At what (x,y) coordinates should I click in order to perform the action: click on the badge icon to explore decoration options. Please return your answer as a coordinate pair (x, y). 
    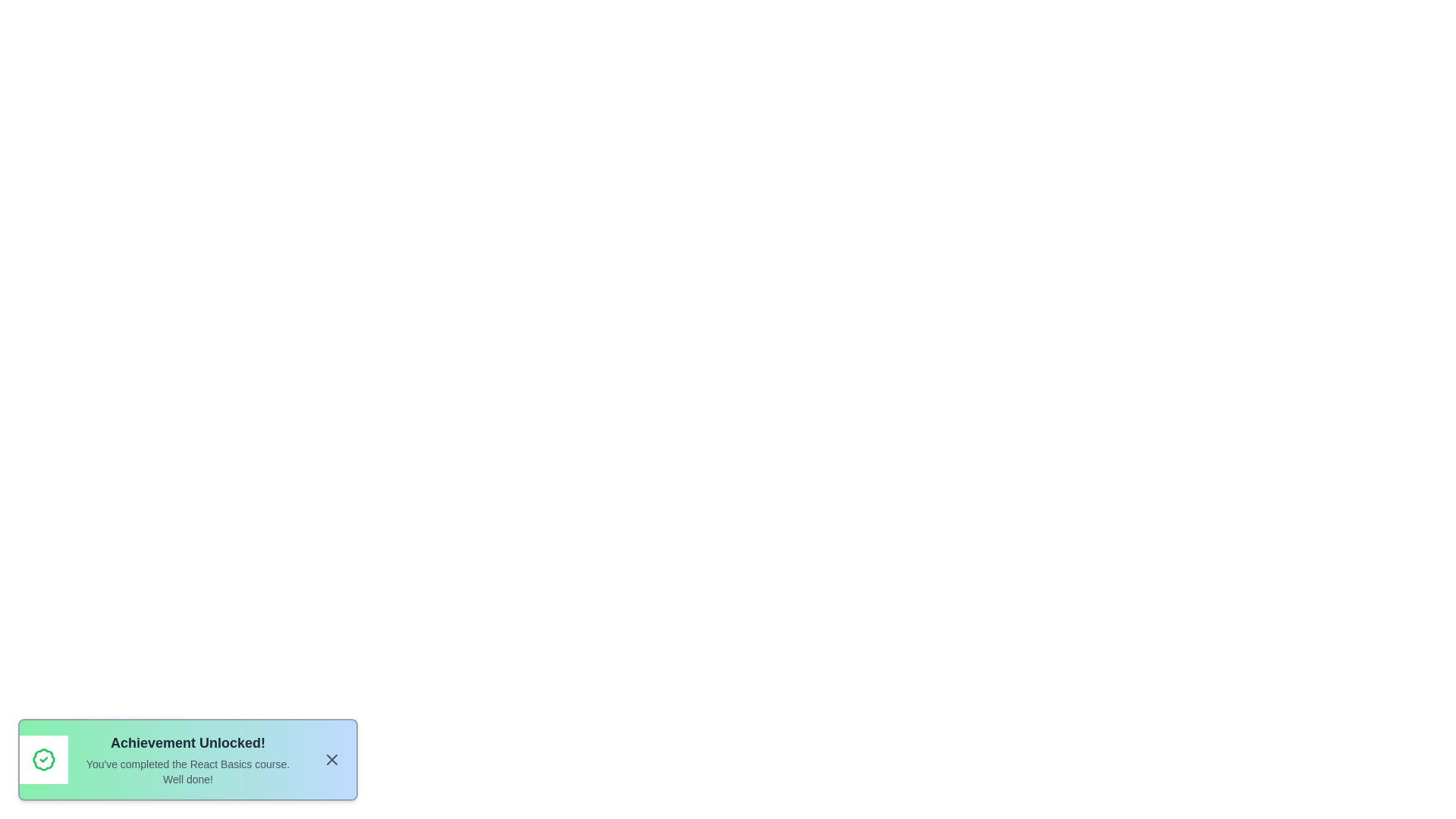
    Looking at the image, I should click on (43, 760).